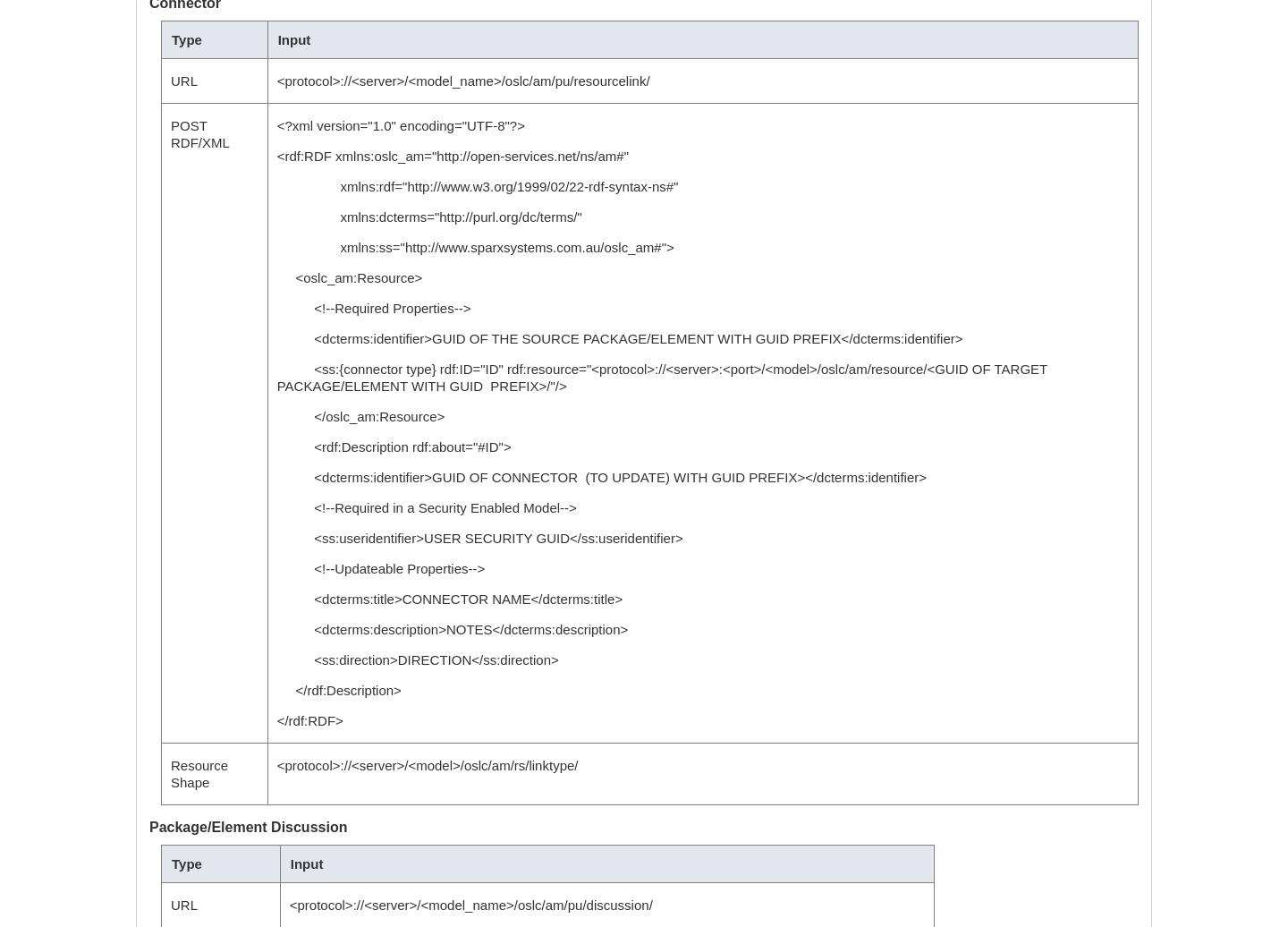 This screenshot has height=927, width=1288. What do you see at coordinates (276, 338) in the screenshot?
I see `'<dcterms:identifier>GUID OF THE SOURCE PACKAGE/ELEMENT WITH GUID PREFIX</dcterms:identifier>'` at bounding box center [276, 338].